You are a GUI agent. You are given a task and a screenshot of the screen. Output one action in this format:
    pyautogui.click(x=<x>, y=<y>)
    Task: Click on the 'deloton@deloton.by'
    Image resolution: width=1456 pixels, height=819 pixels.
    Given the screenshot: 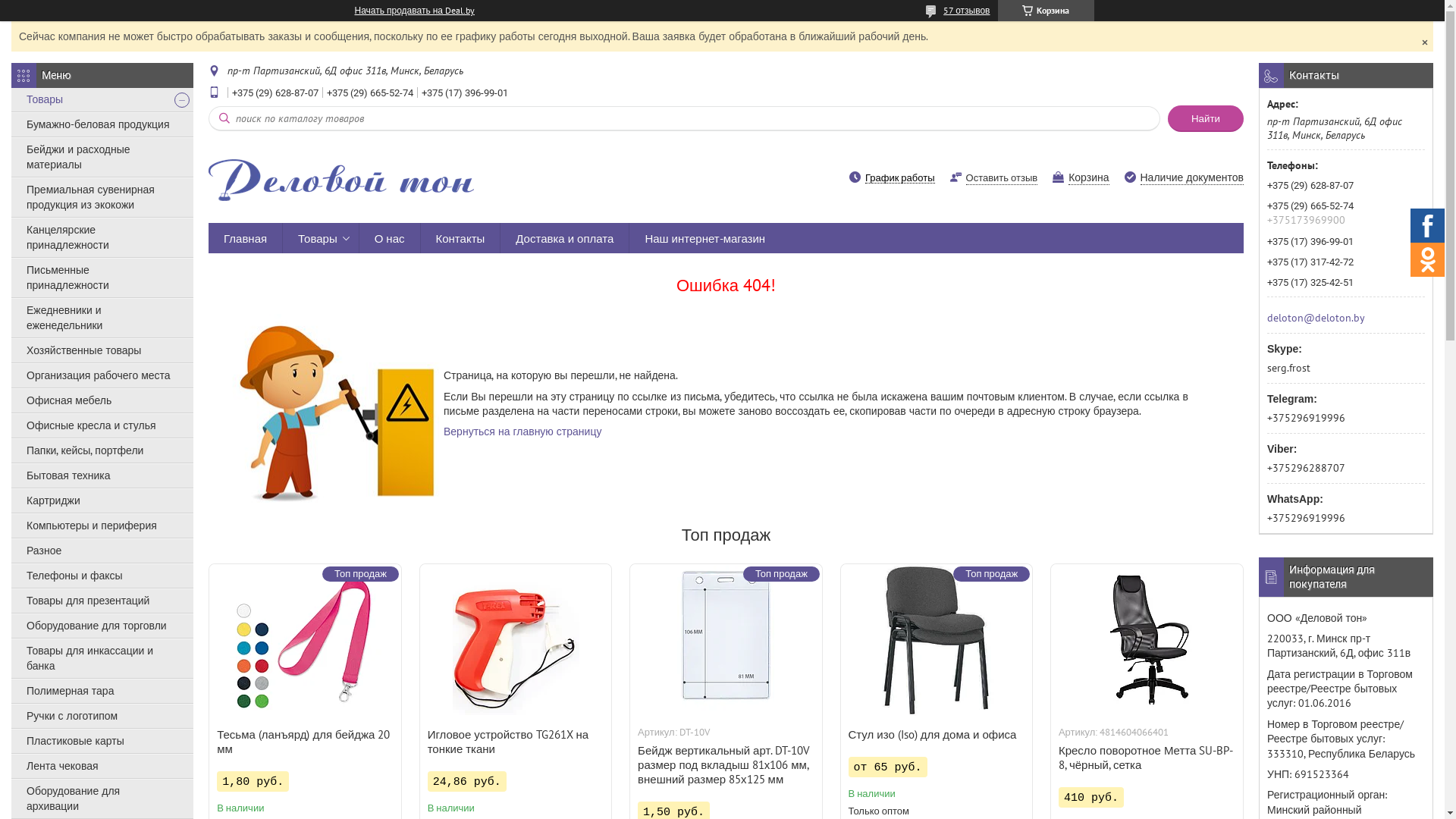 What is the action you would take?
    pyautogui.click(x=1266, y=315)
    